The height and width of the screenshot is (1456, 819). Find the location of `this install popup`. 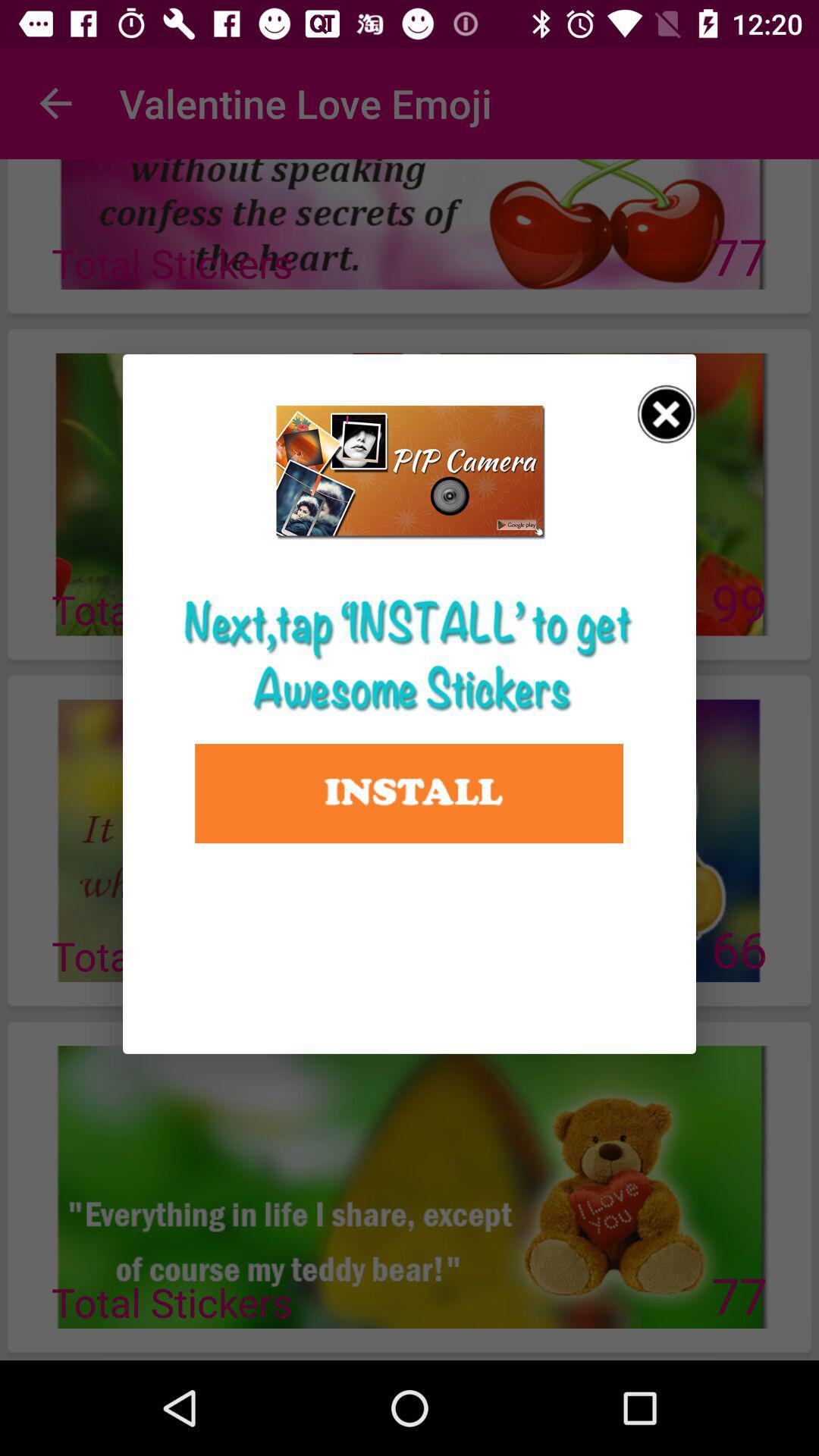

this install popup is located at coordinates (666, 414).